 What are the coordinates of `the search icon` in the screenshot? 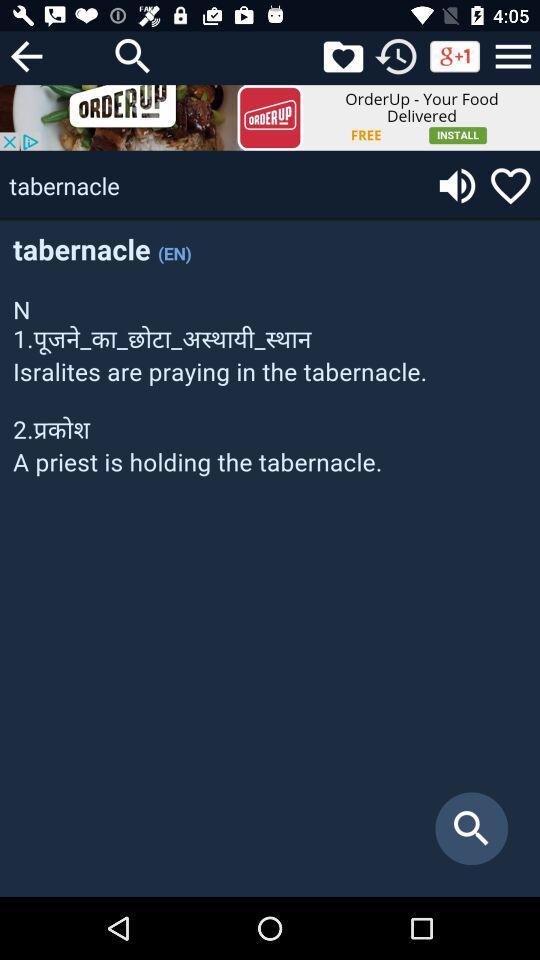 It's located at (133, 55).